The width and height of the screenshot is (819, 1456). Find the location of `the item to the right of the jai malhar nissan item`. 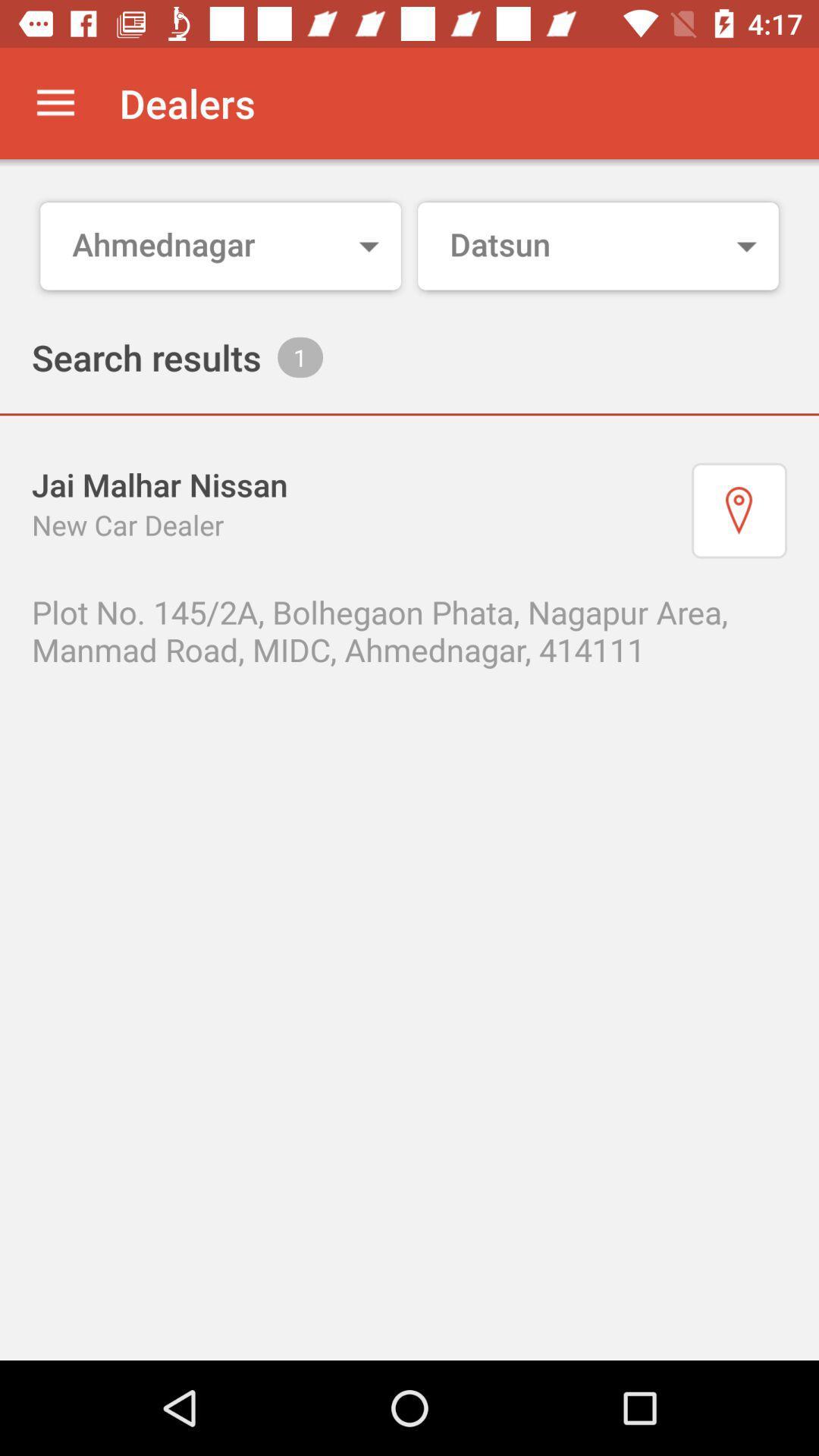

the item to the right of the jai malhar nissan item is located at coordinates (739, 510).